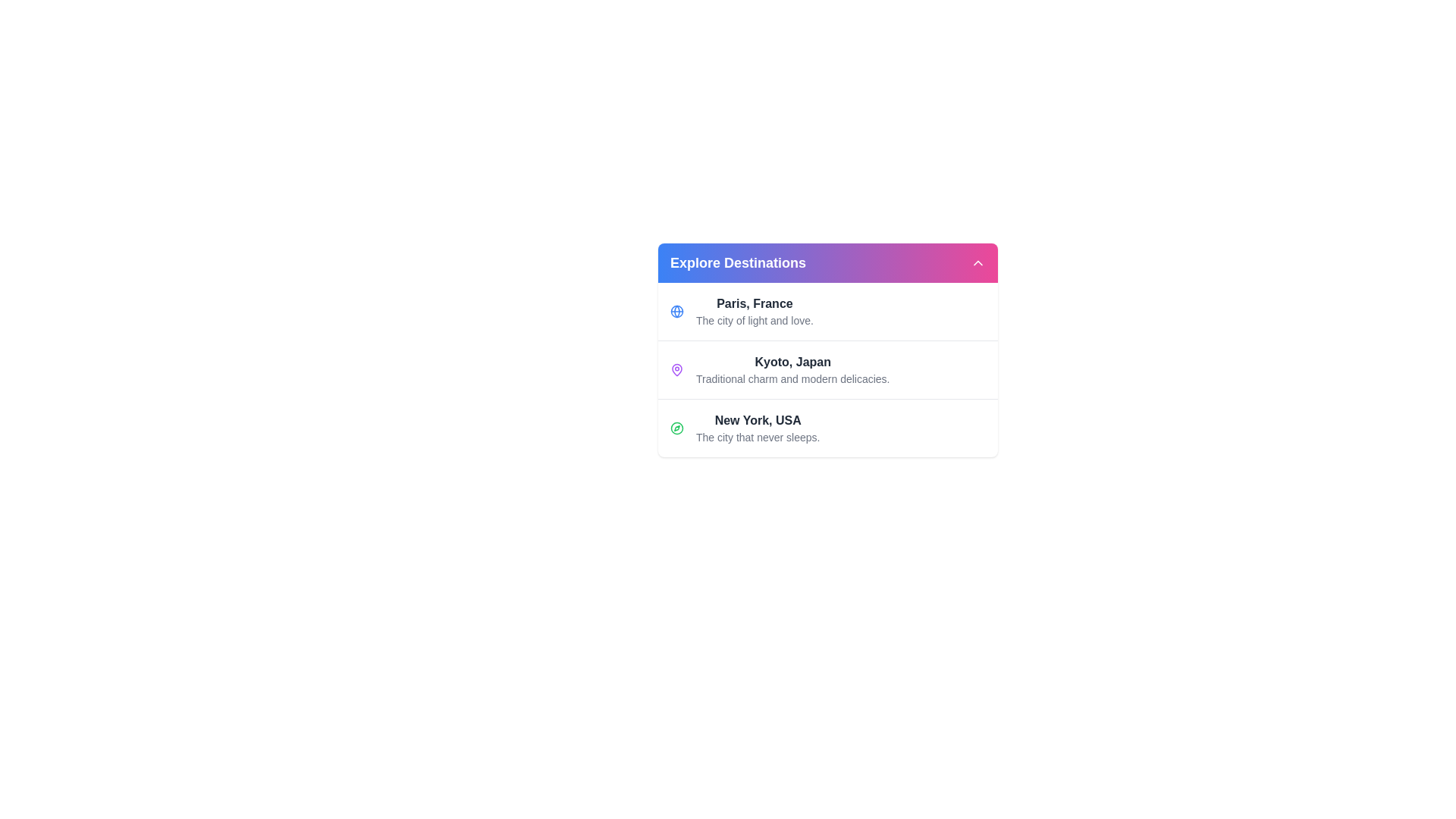 The image size is (1456, 819). I want to click on the clickable list item for the destination 'New York, USA', so click(758, 428).